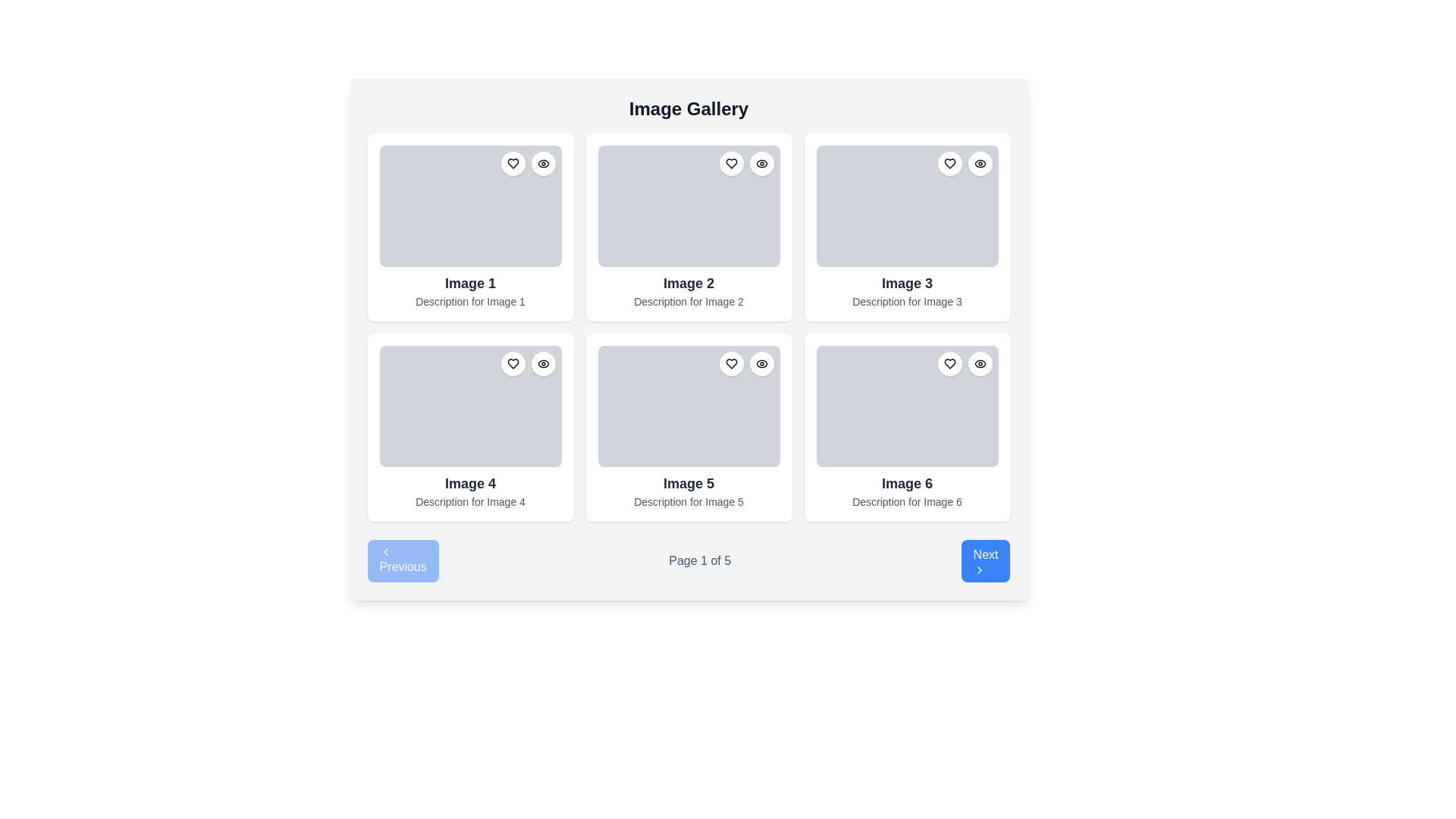 This screenshot has height=819, width=1456. Describe the element at coordinates (980, 164) in the screenshot. I see `the circular preview button with a white background and an eye icon located in the top-right corner of the card associated with 'Image 3' in the image gallery` at that location.